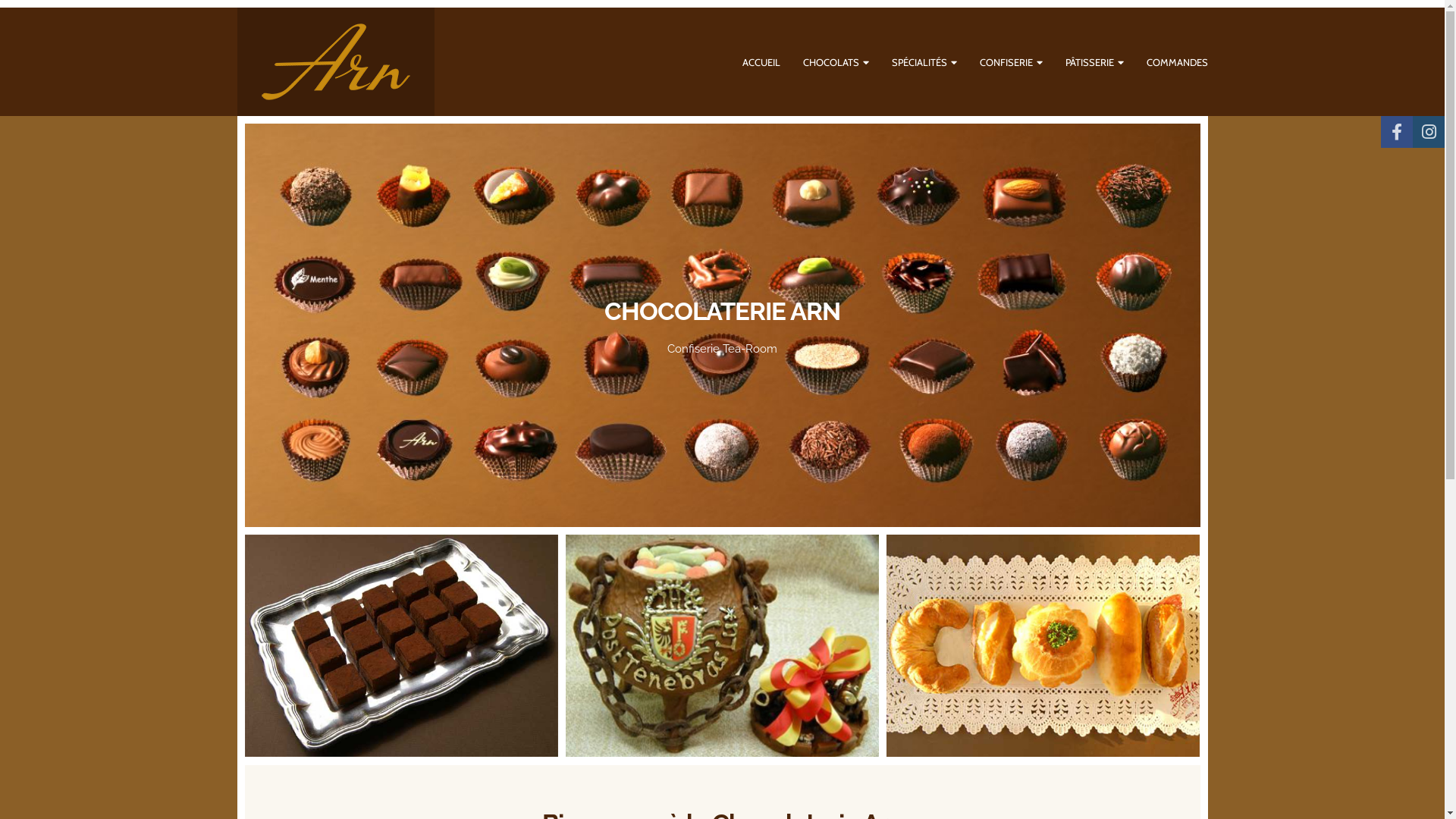  What do you see at coordinates (761, 61) in the screenshot?
I see `'ACCUEIL'` at bounding box center [761, 61].